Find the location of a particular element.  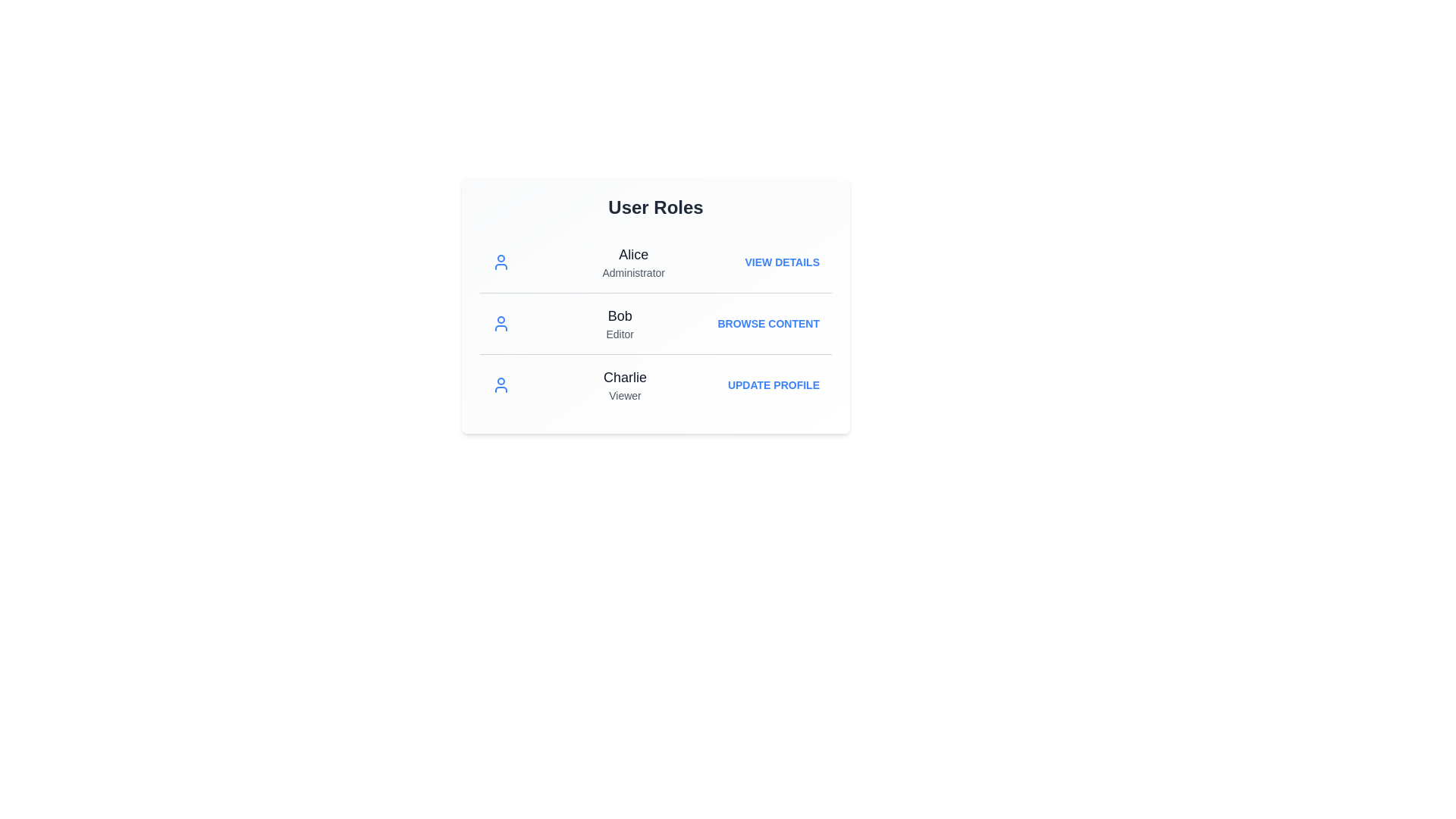

the profile representation icon, which is a blue circular icon of a person on the 'Charlie Viewer Update Profile' card, located at the leftmost position in the group is located at coordinates (501, 384).